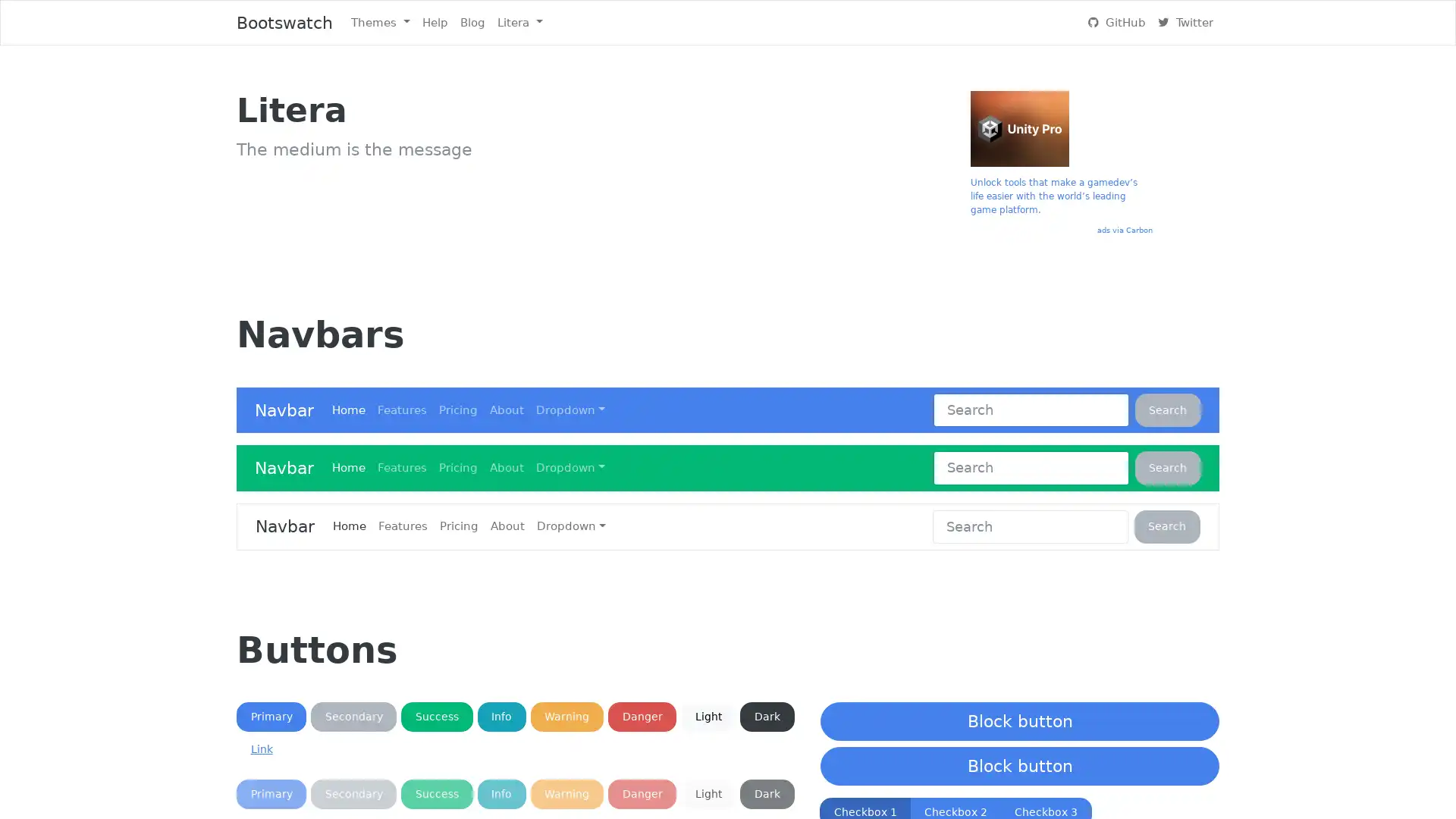  What do you see at coordinates (436, 717) in the screenshot?
I see `Success` at bounding box center [436, 717].